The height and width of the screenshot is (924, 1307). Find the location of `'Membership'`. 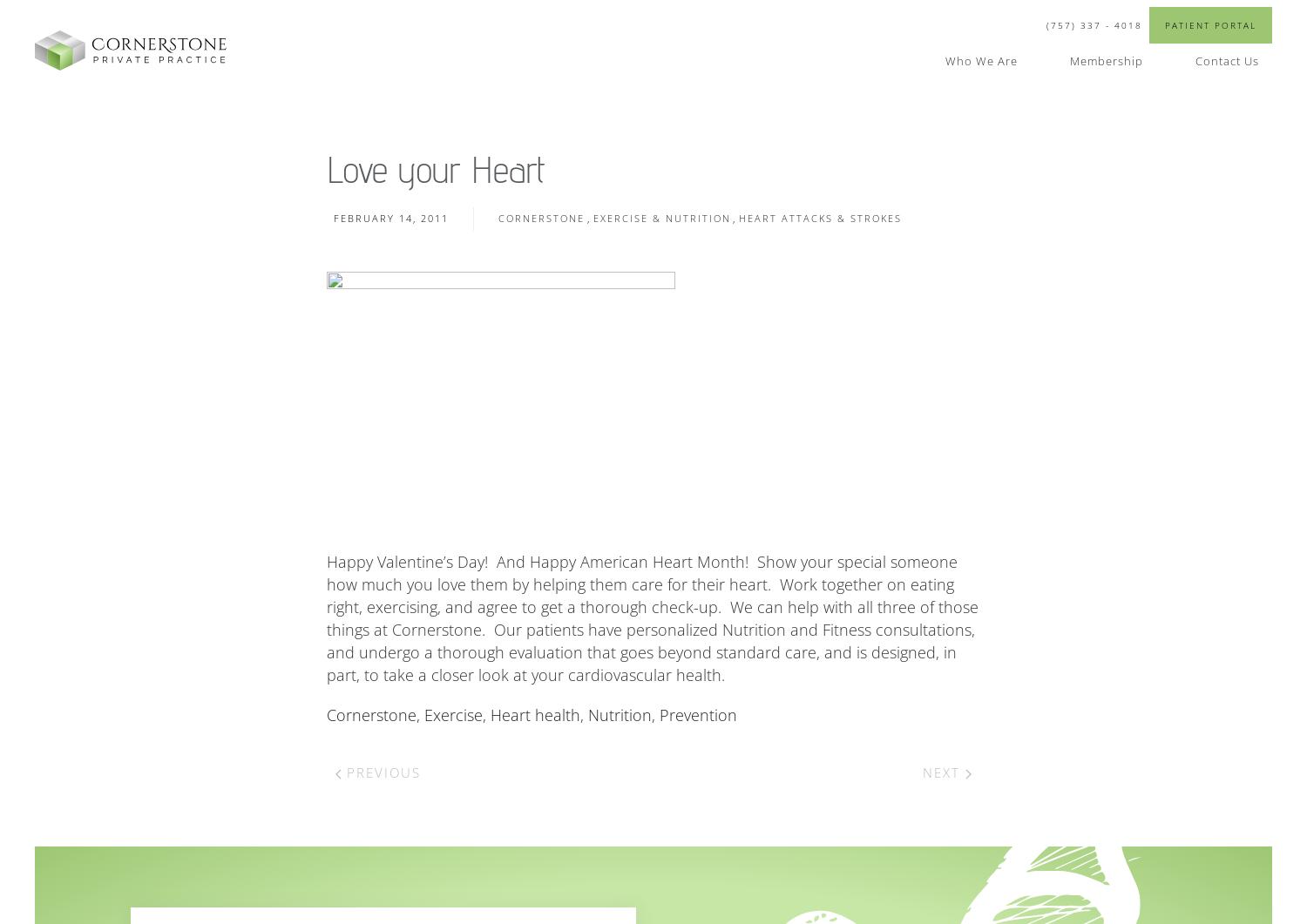

'Membership' is located at coordinates (1107, 59).